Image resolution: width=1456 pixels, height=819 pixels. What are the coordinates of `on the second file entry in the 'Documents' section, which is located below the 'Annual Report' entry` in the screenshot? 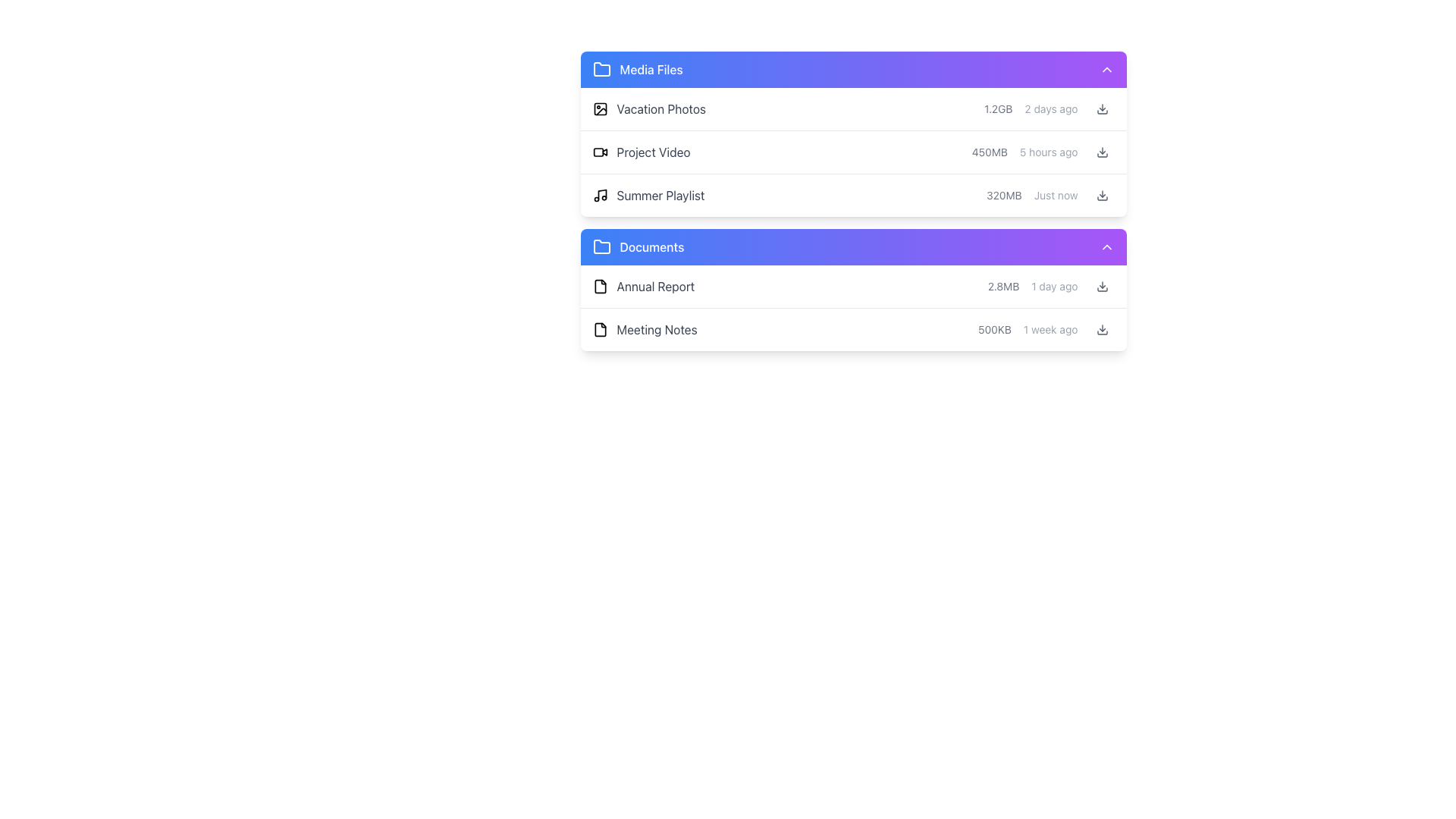 It's located at (853, 329).